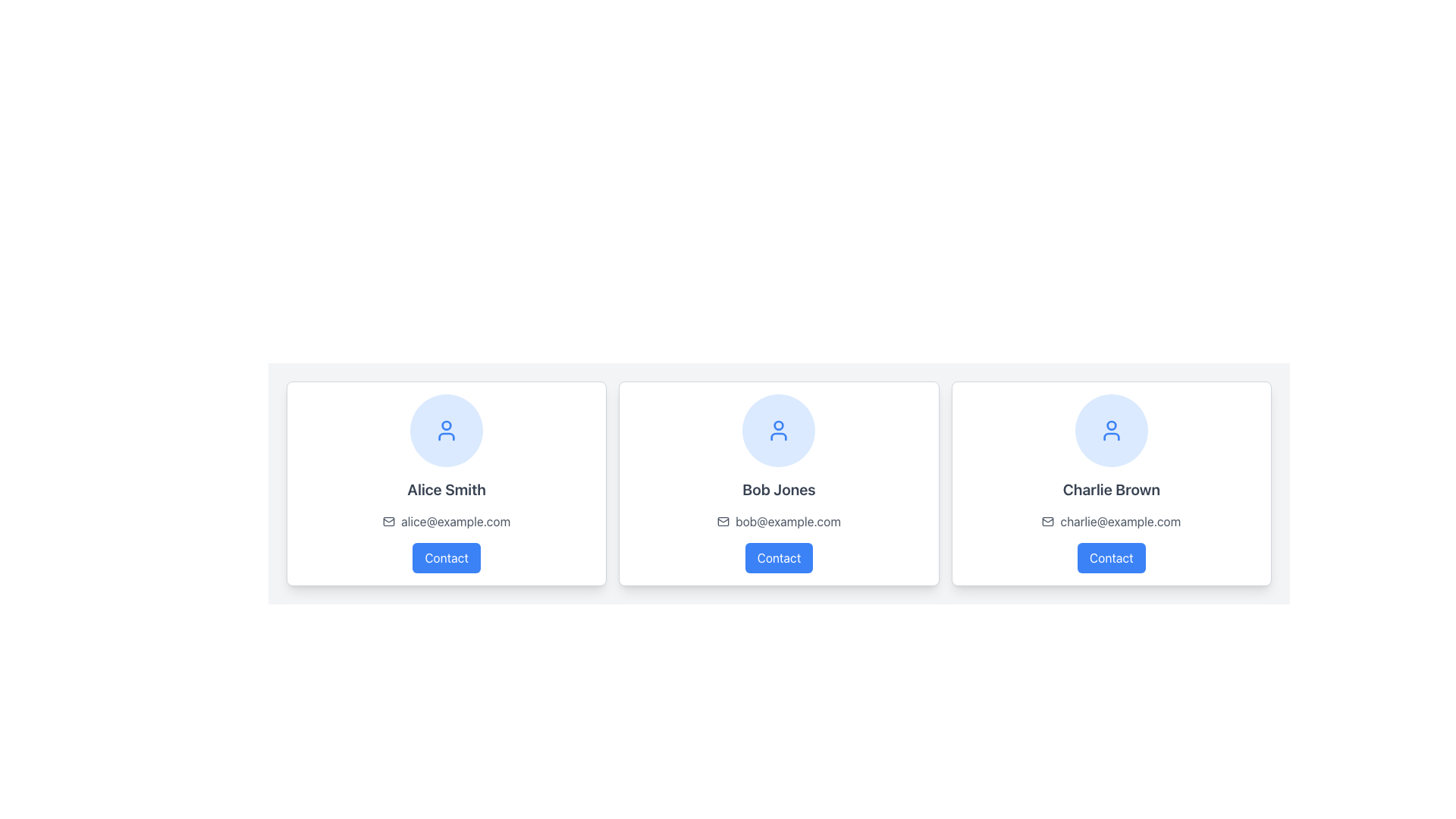 Image resolution: width=1456 pixels, height=819 pixels. I want to click on the small rectangular Graphical Icon Component representing an email envelope icon located within the card layout under the name 'Charlie Brown', positioned directly above the 'Contact' button, so click(1047, 520).